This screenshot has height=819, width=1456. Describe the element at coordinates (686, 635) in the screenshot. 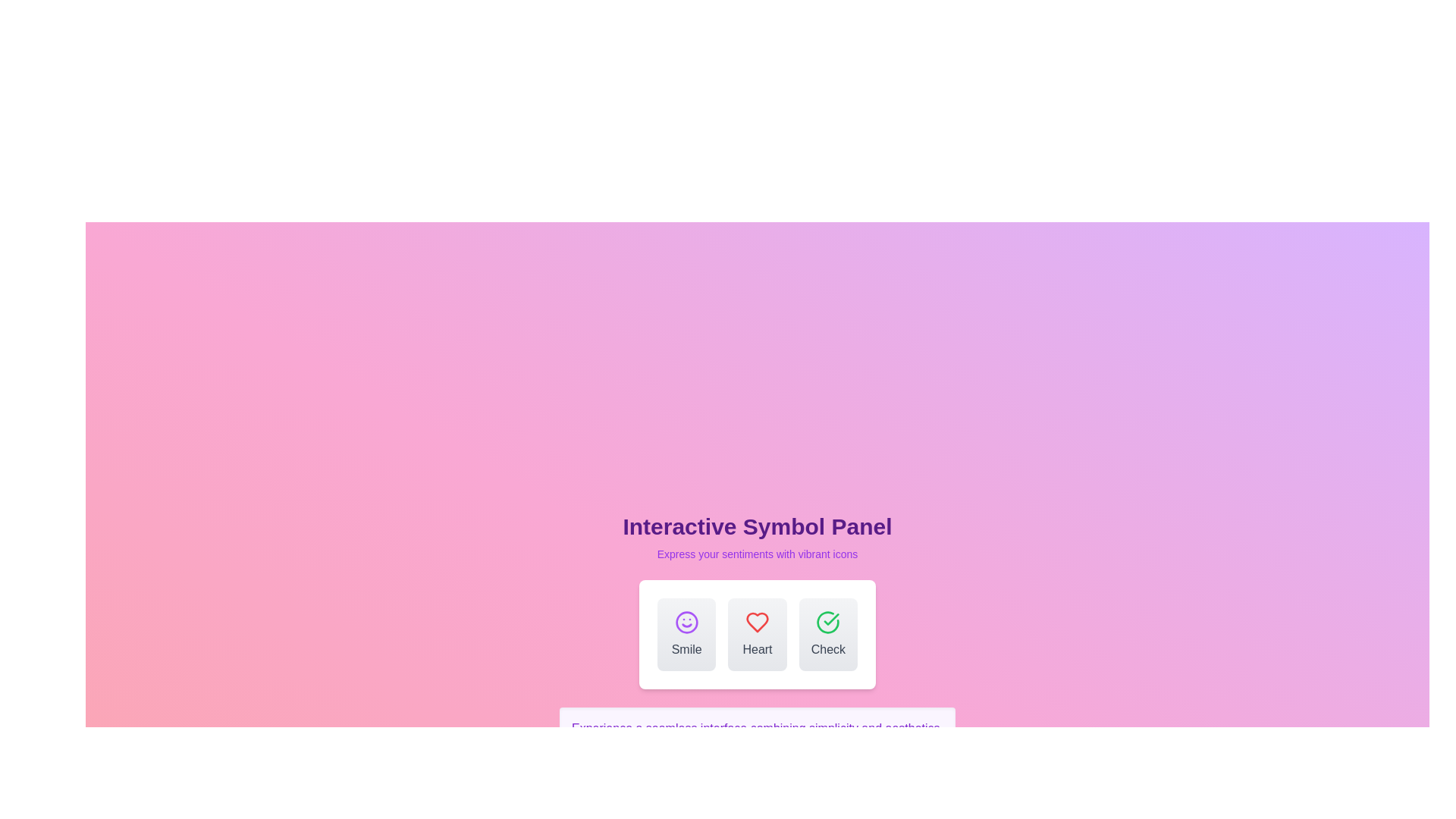

I see `the 'Smile' button, the first button` at that location.